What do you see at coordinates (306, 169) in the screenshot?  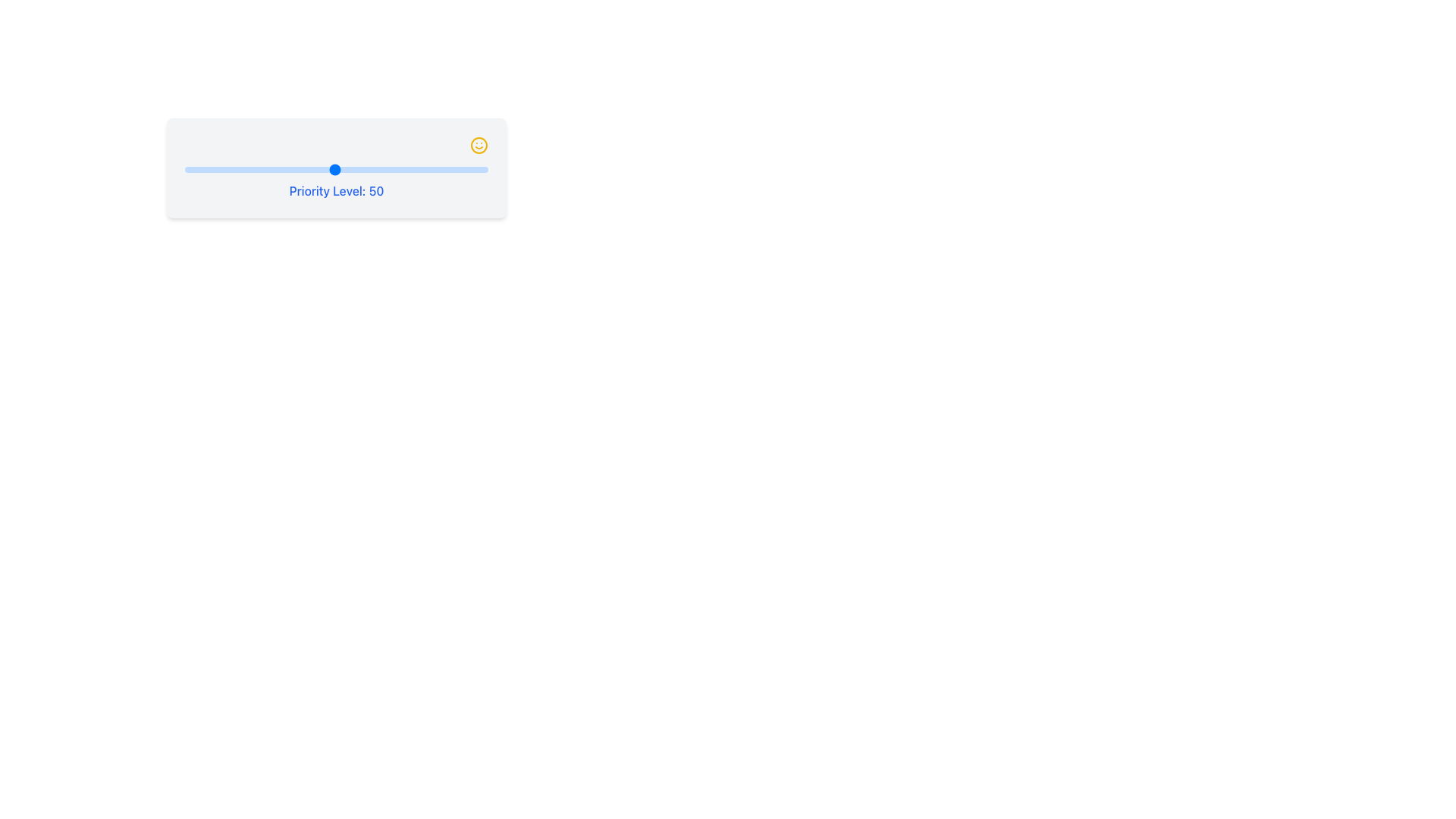 I see `priority level` at bounding box center [306, 169].